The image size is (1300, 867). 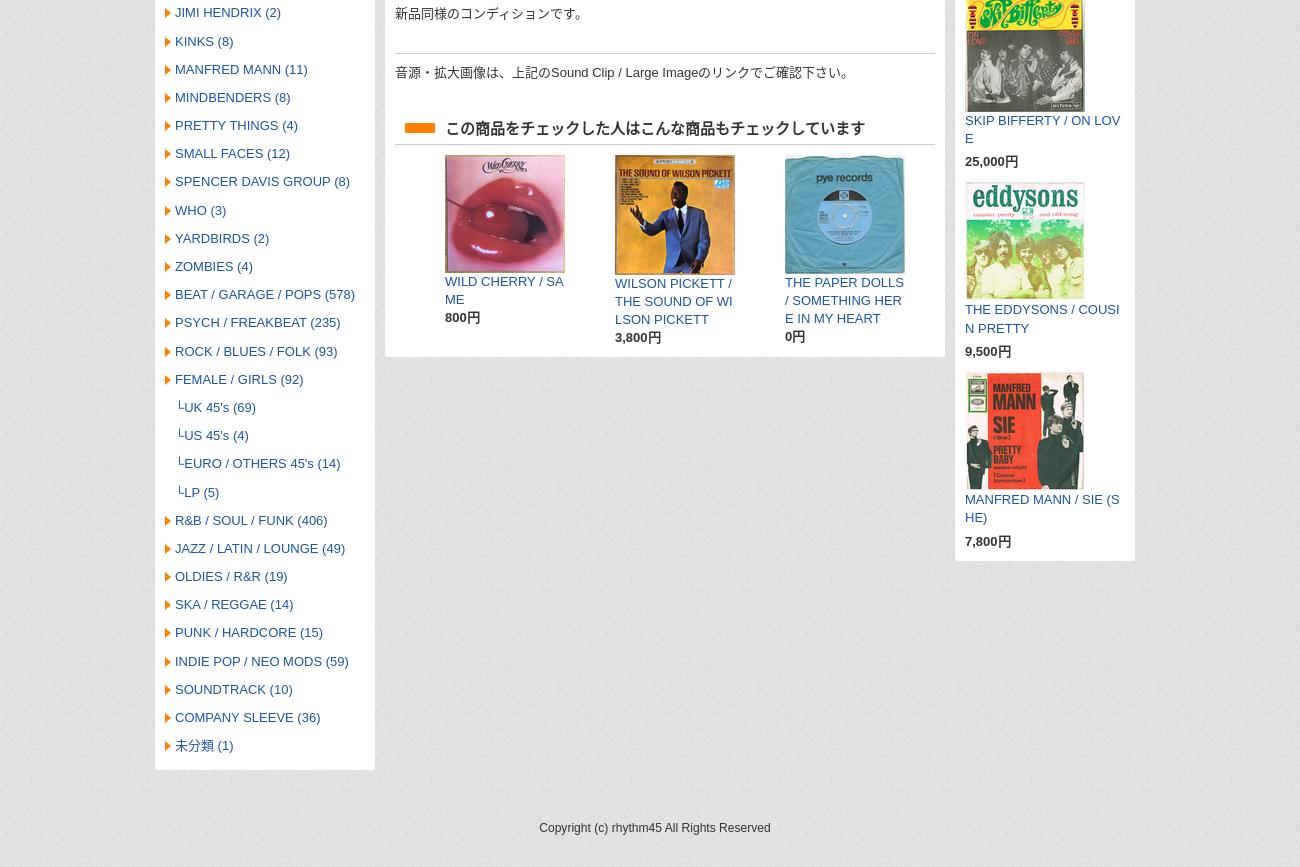 What do you see at coordinates (461, 317) in the screenshot?
I see `'800円'` at bounding box center [461, 317].